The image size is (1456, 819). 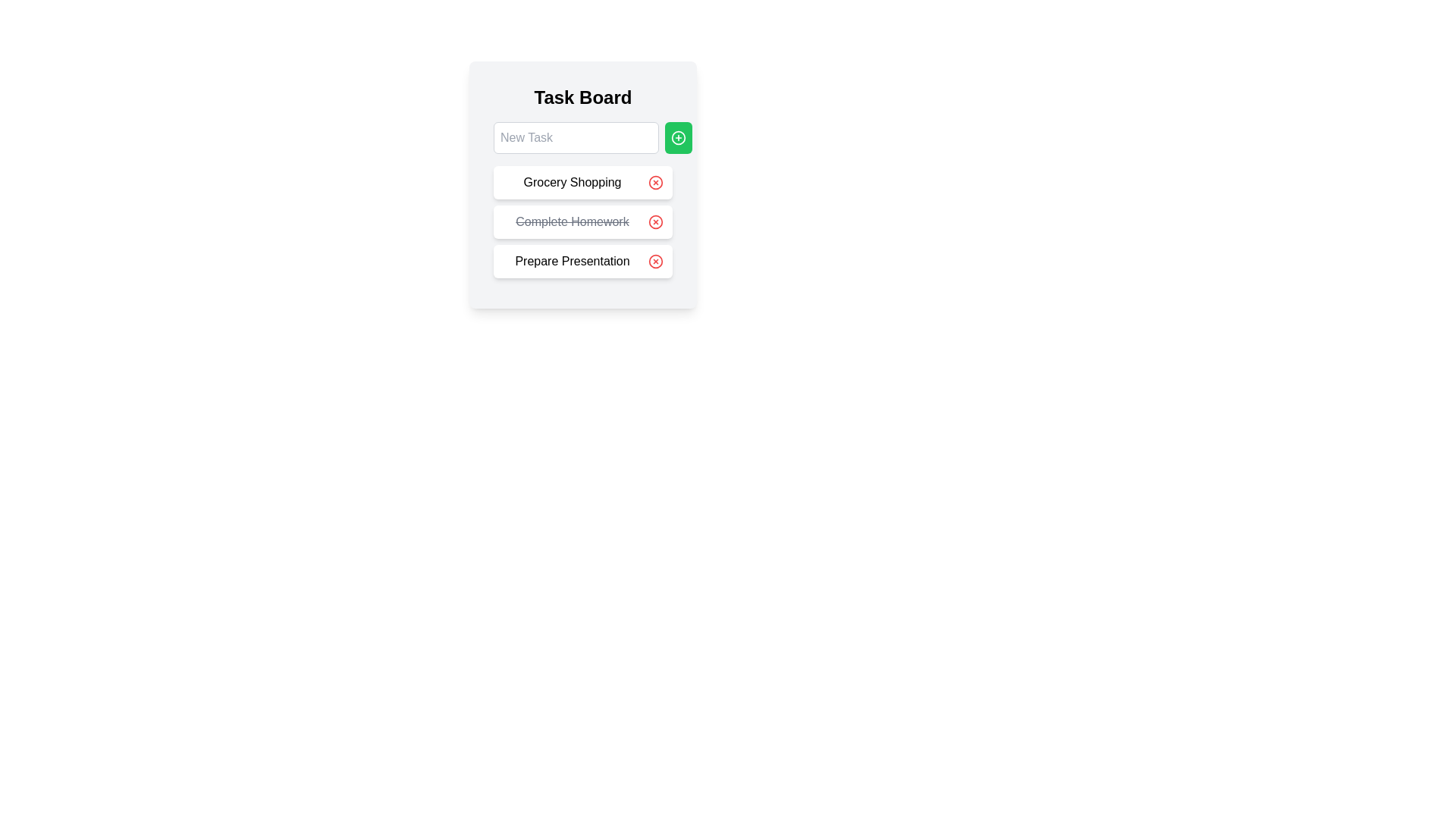 I want to click on the circular SVG graphical element that is part of the delete button positioned to the right of the 'Prepare Presentation' item on the task list, so click(x=655, y=260).